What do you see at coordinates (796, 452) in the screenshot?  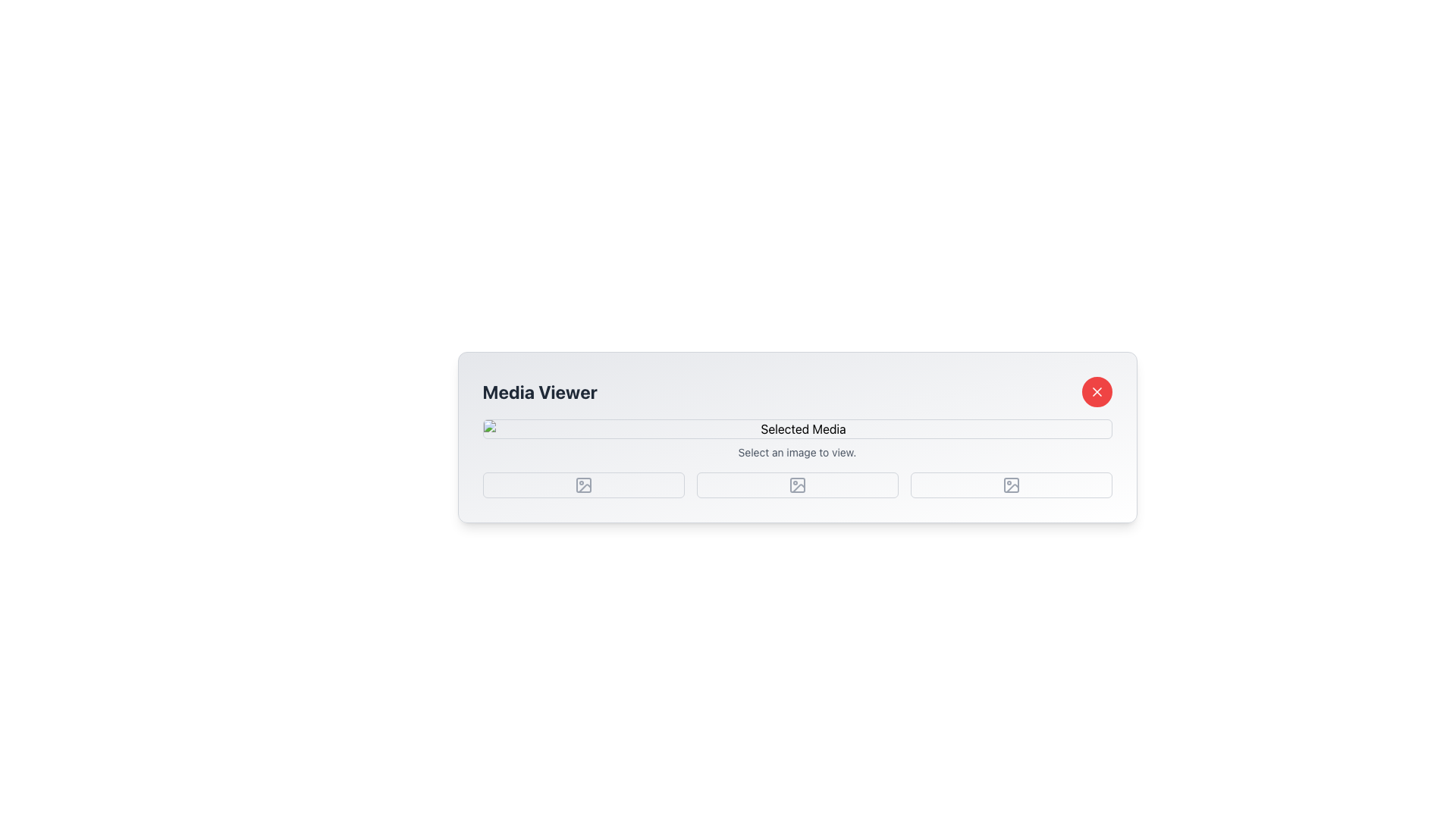 I see `text element that displays 'Select an image to view.' located below the 'Selected Media' placeholder image` at bounding box center [796, 452].